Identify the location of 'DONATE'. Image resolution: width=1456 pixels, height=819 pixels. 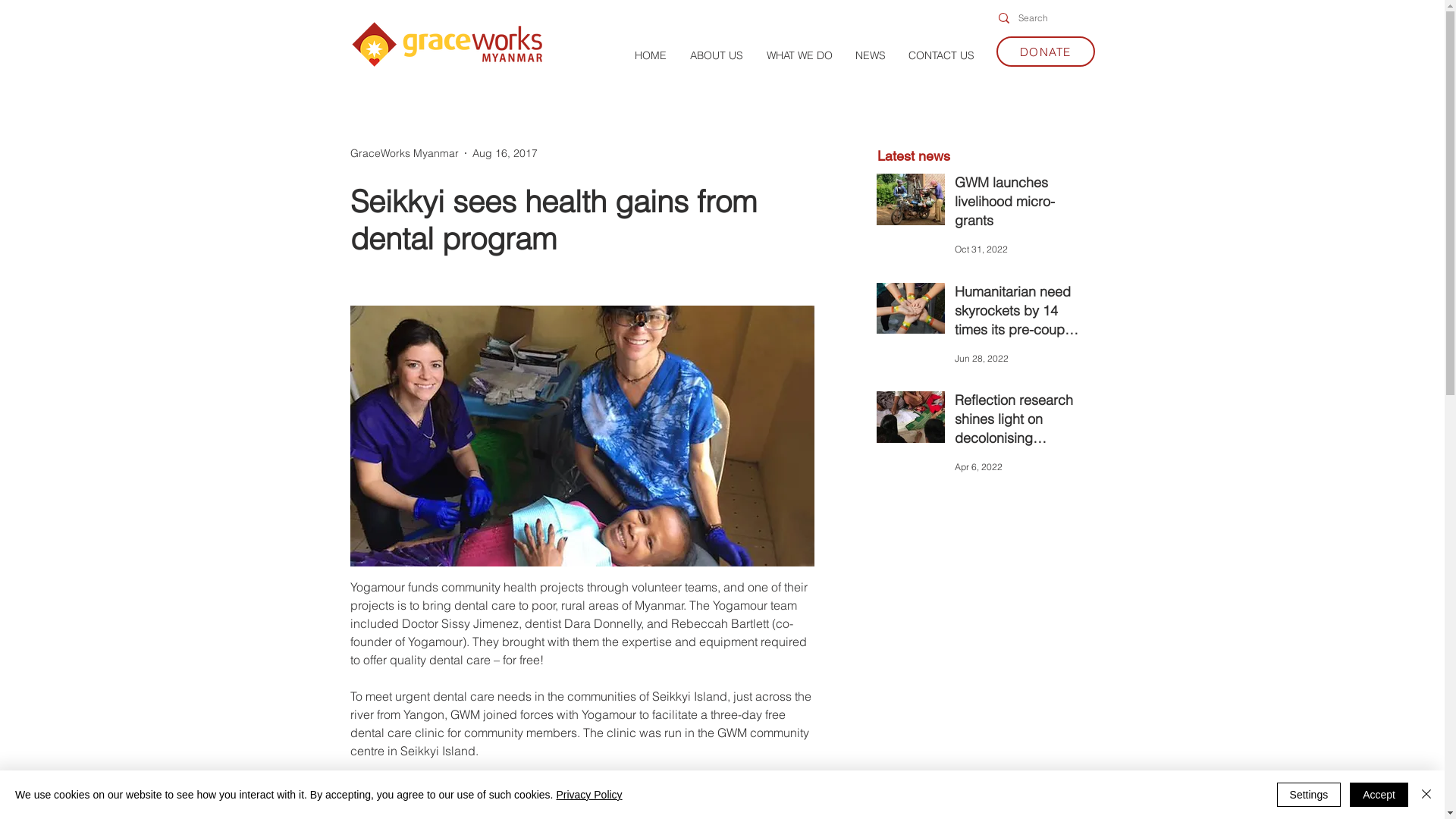
(1044, 51).